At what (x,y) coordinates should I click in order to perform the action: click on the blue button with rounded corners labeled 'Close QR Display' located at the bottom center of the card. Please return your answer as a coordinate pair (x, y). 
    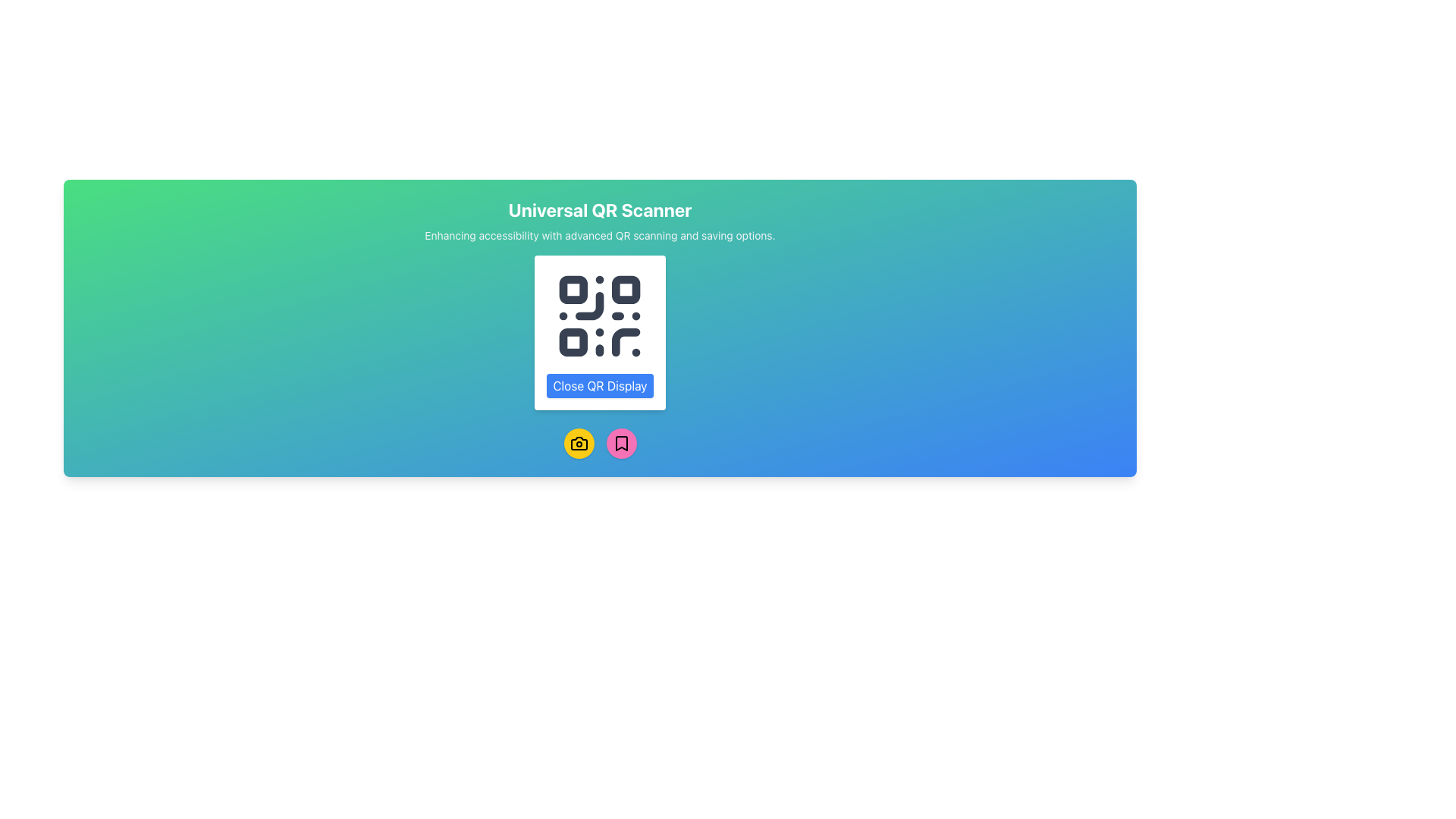
    Looking at the image, I should click on (599, 385).